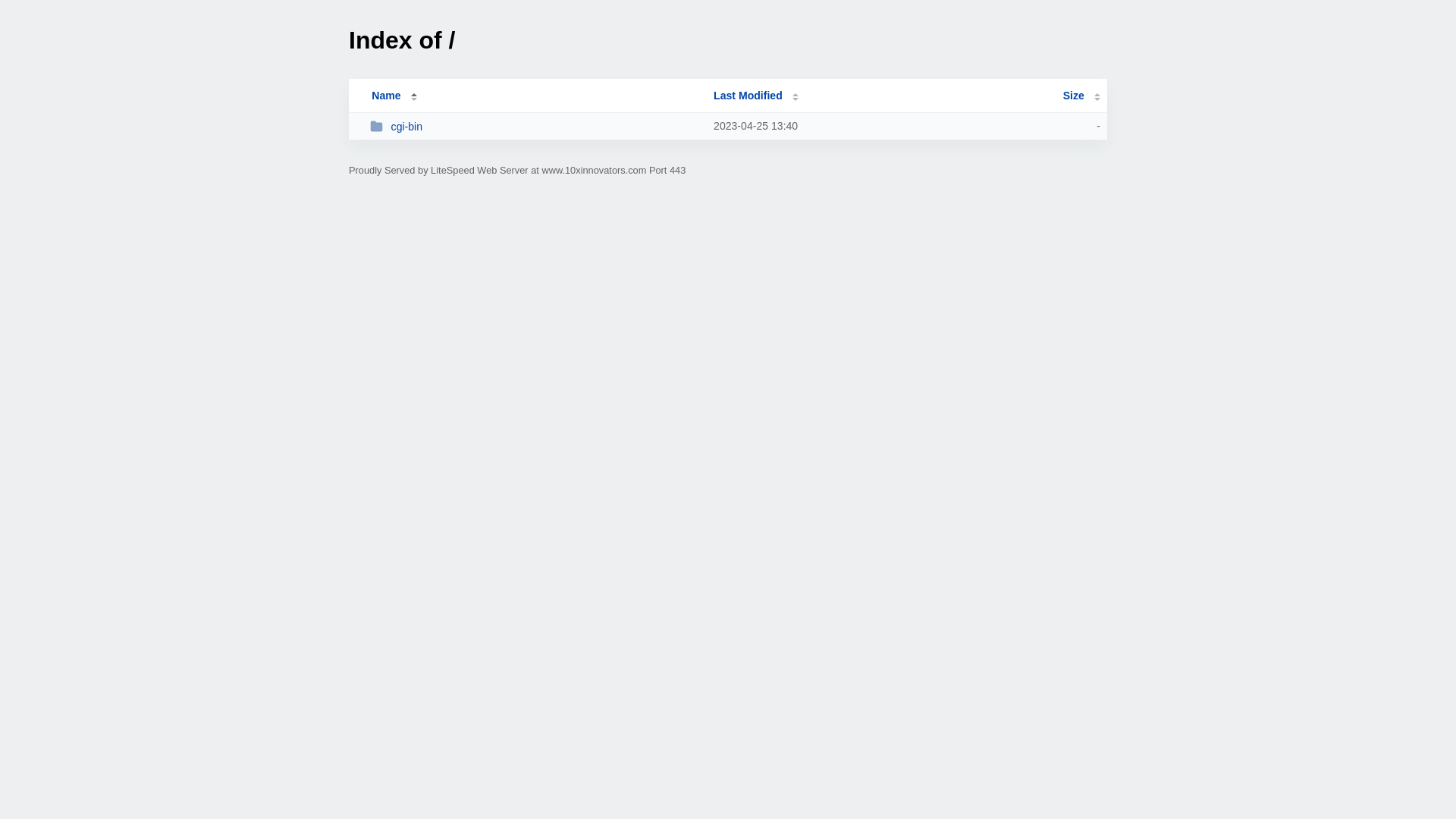 The height and width of the screenshot is (819, 1456). What do you see at coordinates (385, 96) in the screenshot?
I see `'Name'` at bounding box center [385, 96].